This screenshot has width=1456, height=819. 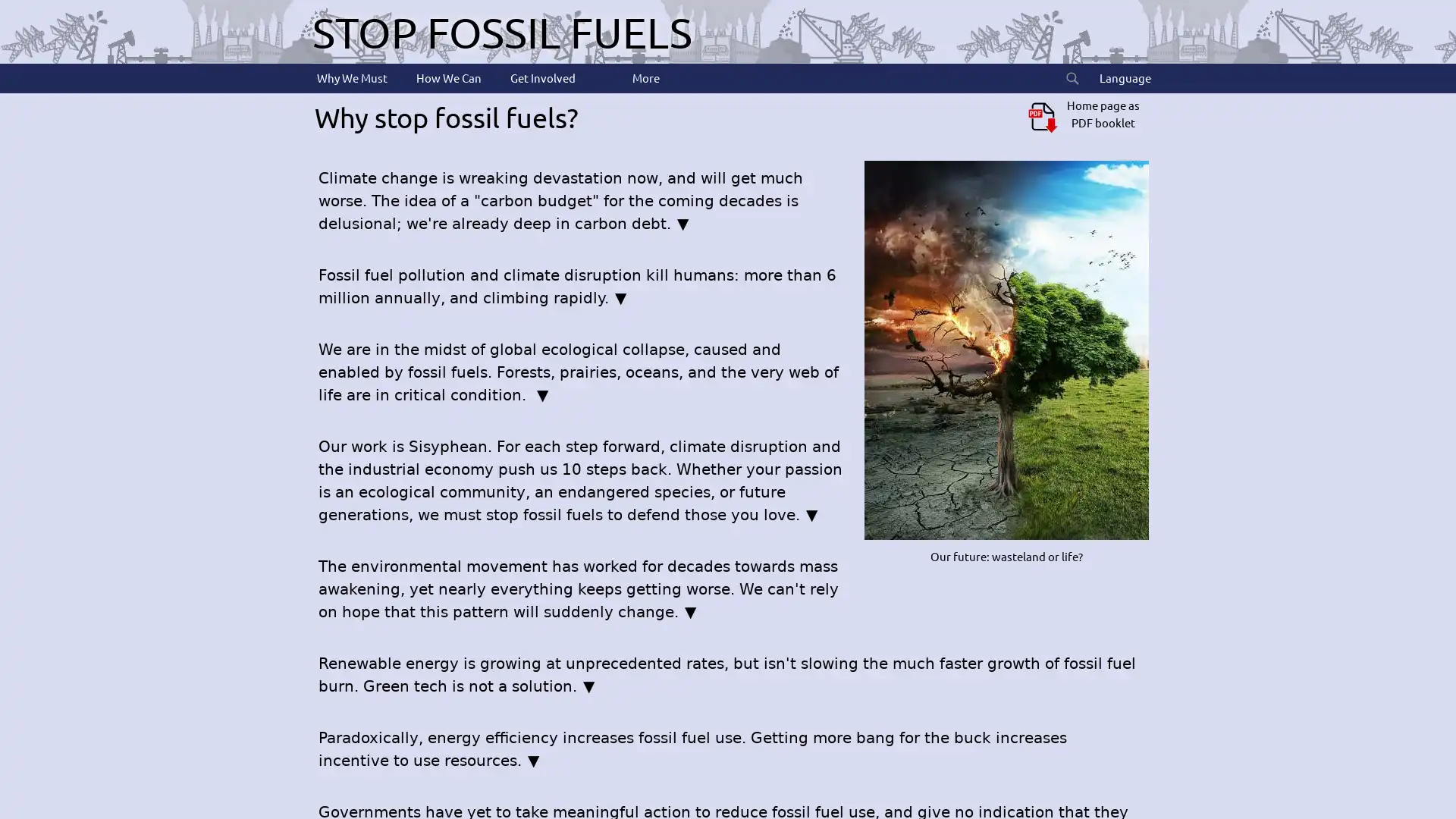 What do you see at coordinates (348, 78) in the screenshot?
I see `Why We Must` at bounding box center [348, 78].